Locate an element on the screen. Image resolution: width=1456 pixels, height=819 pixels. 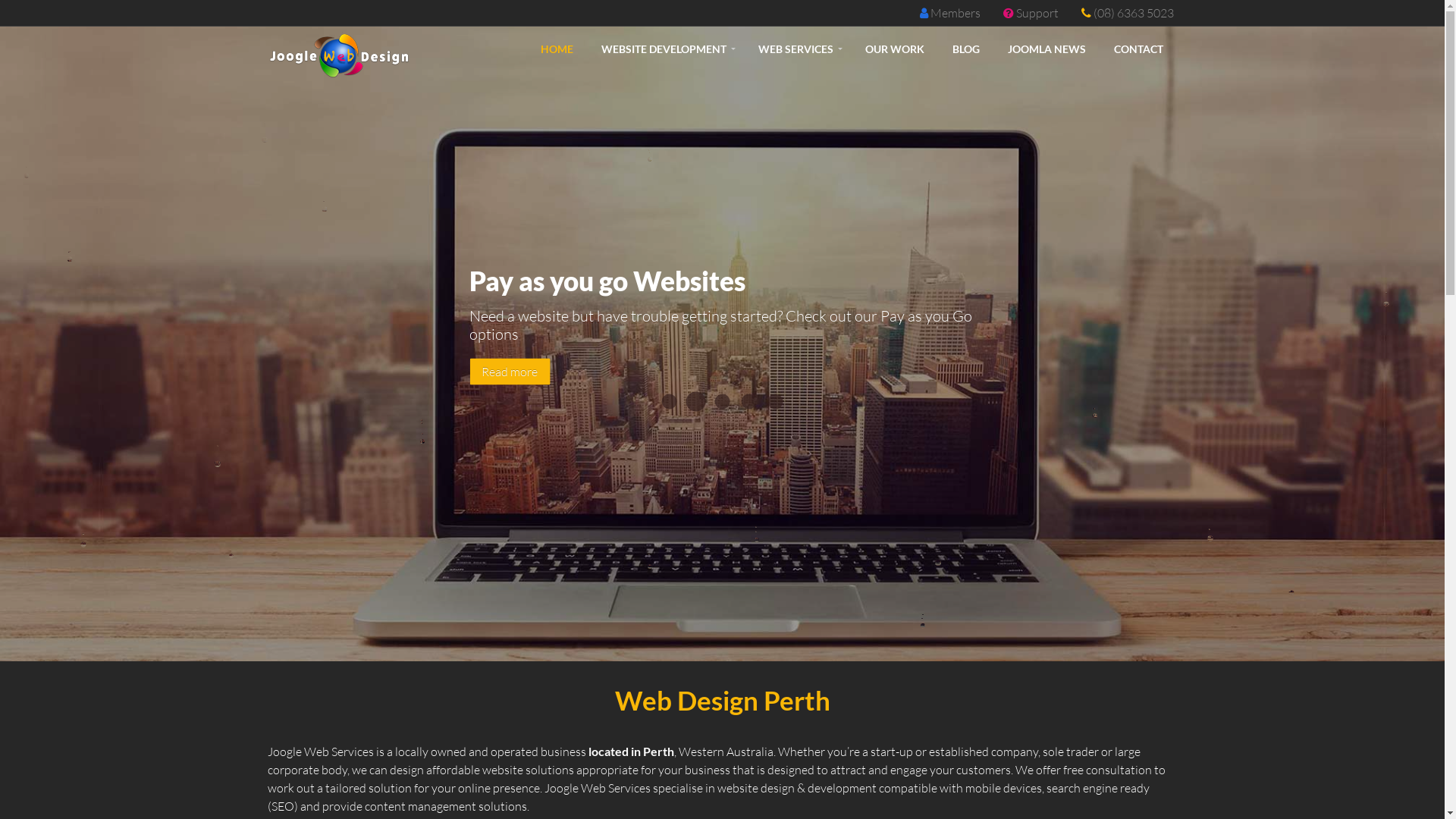
'Search' is located at coordinates (775, 400).